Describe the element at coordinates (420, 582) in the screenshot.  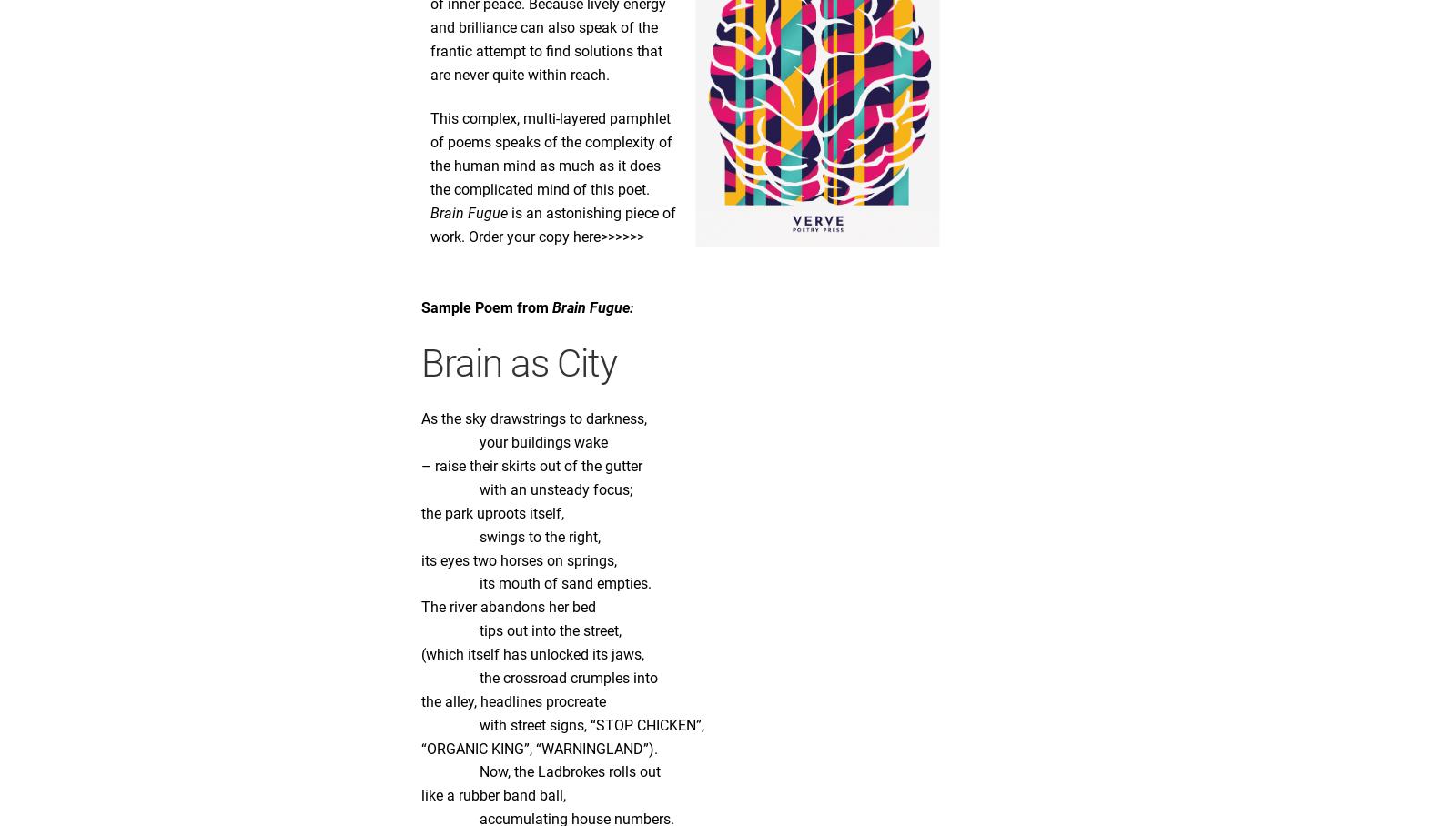
I see `'its mouth of sand empties.'` at that location.